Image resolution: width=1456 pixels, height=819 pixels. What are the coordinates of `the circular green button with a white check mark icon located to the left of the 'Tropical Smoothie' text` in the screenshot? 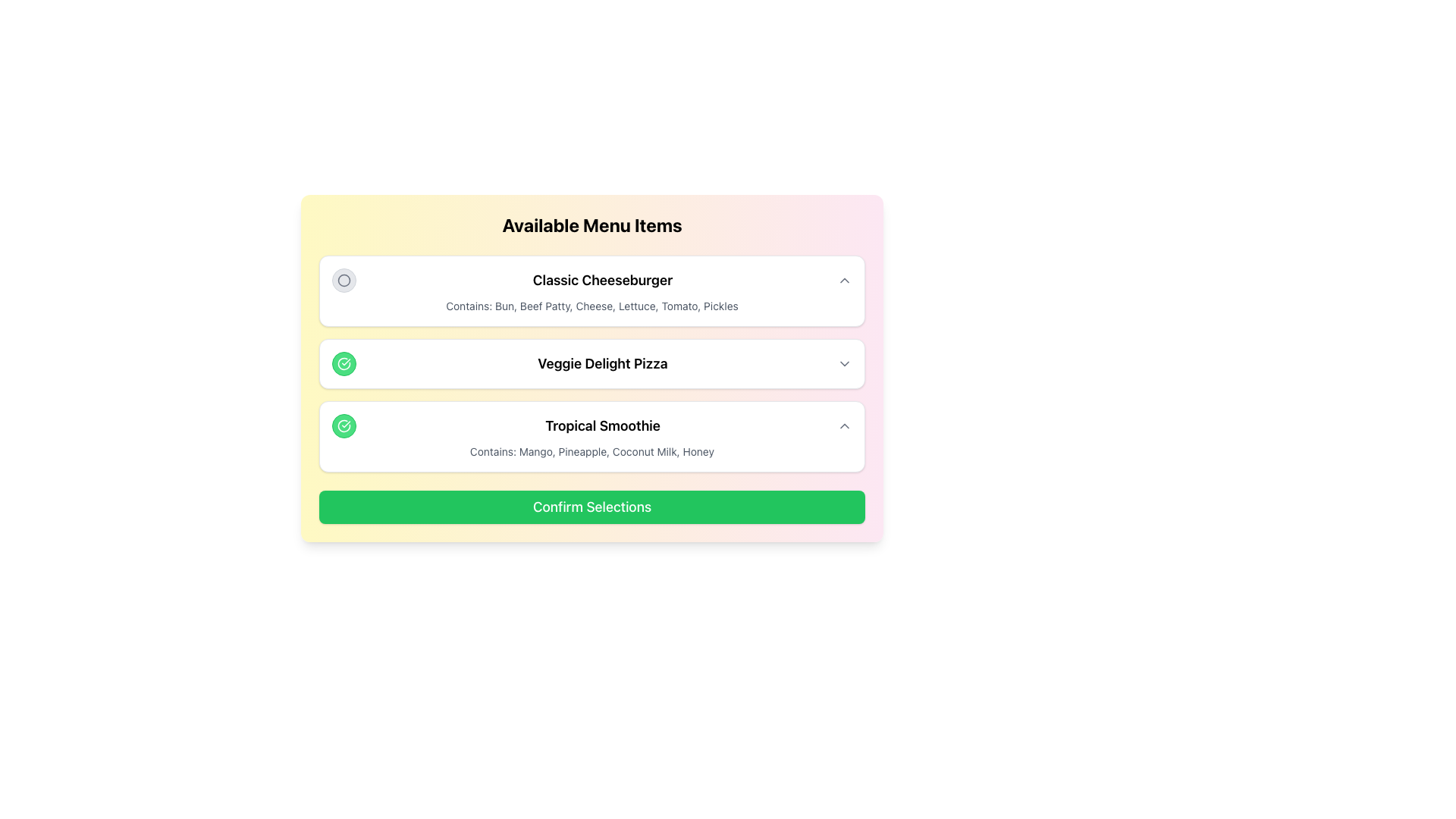 It's located at (344, 426).